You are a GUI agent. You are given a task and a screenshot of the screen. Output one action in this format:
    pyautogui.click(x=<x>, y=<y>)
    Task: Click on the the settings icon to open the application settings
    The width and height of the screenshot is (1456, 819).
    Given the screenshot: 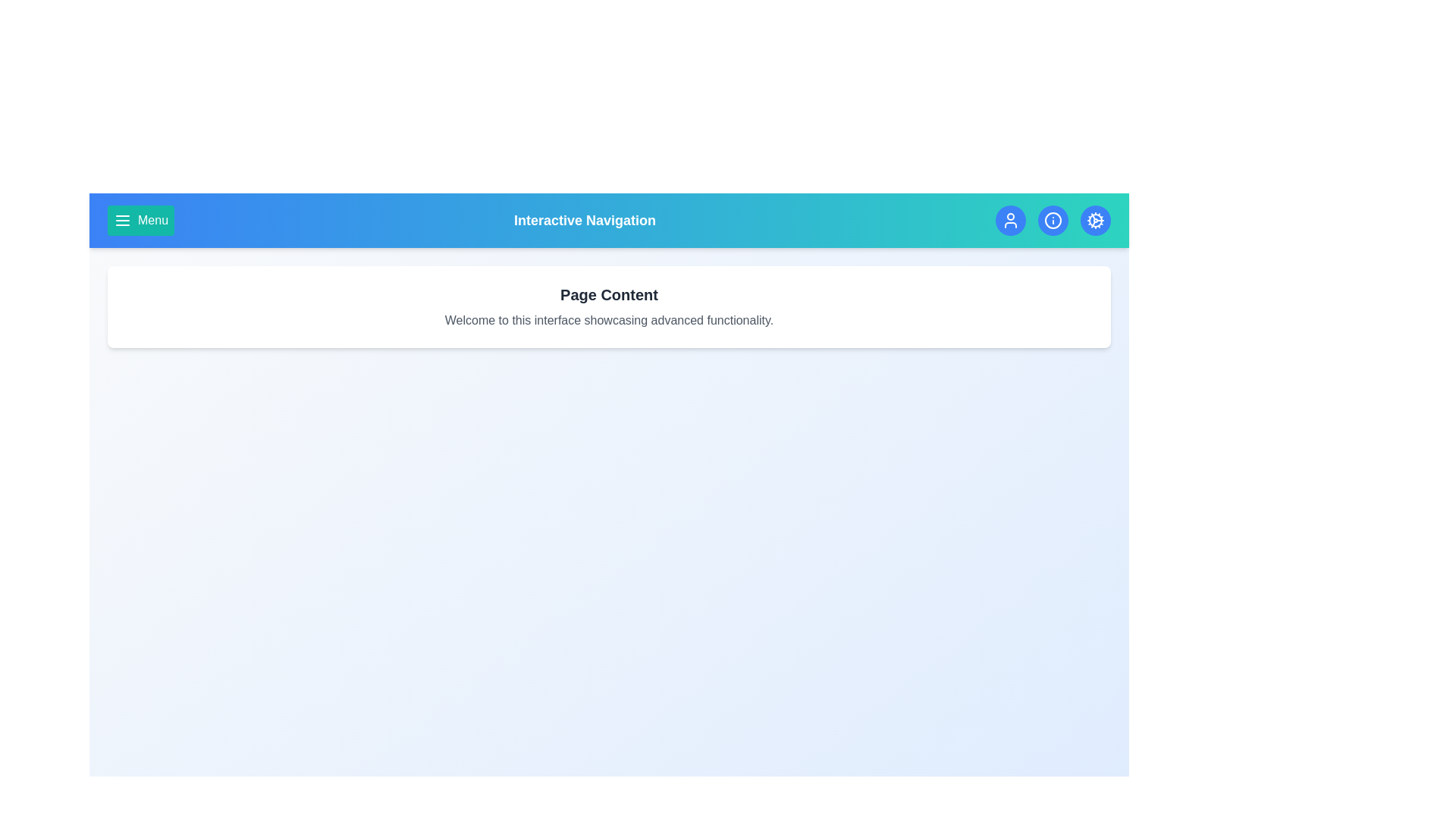 What is the action you would take?
    pyautogui.click(x=1095, y=220)
    